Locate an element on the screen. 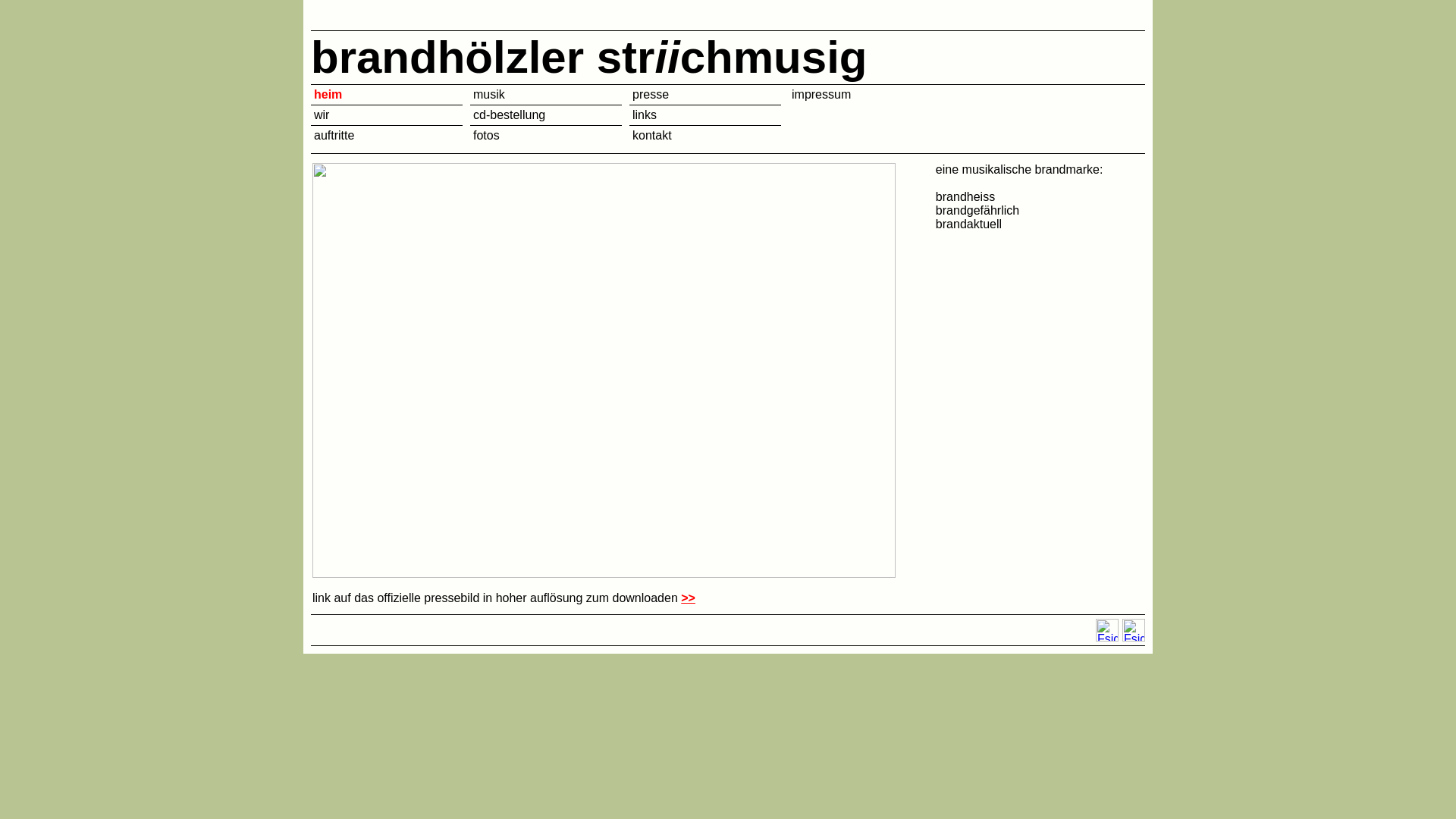 The width and height of the screenshot is (1456, 819). 'fotos' is located at coordinates (472, 134).